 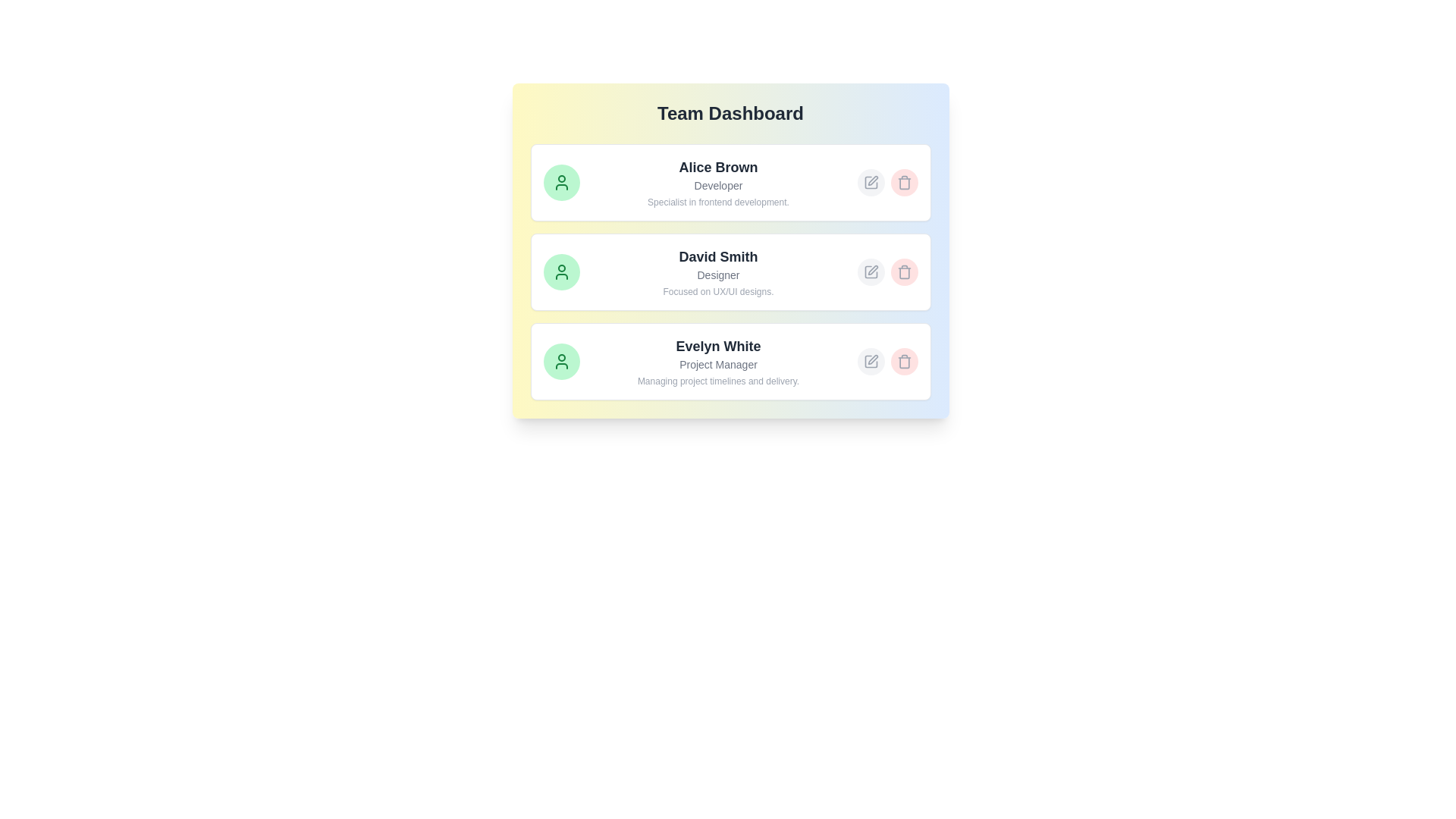 What do you see at coordinates (560, 181) in the screenshot?
I see `the User avatar icon representing 'Alice Brown' located at the left end inside the first card component displaying her information` at bounding box center [560, 181].